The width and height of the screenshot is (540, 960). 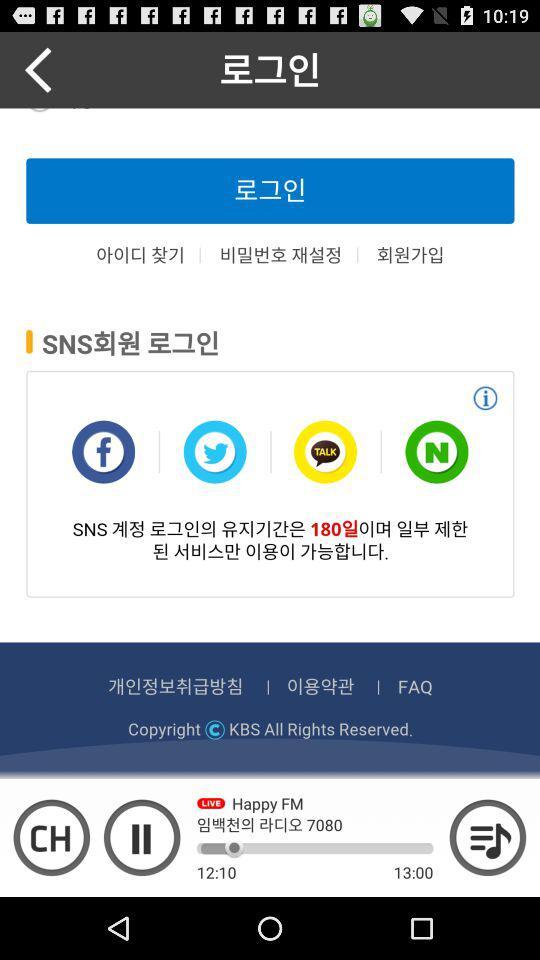 What do you see at coordinates (487, 895) in the screenshot?
I see `the playlist icon` at bounding box center [487, 895].